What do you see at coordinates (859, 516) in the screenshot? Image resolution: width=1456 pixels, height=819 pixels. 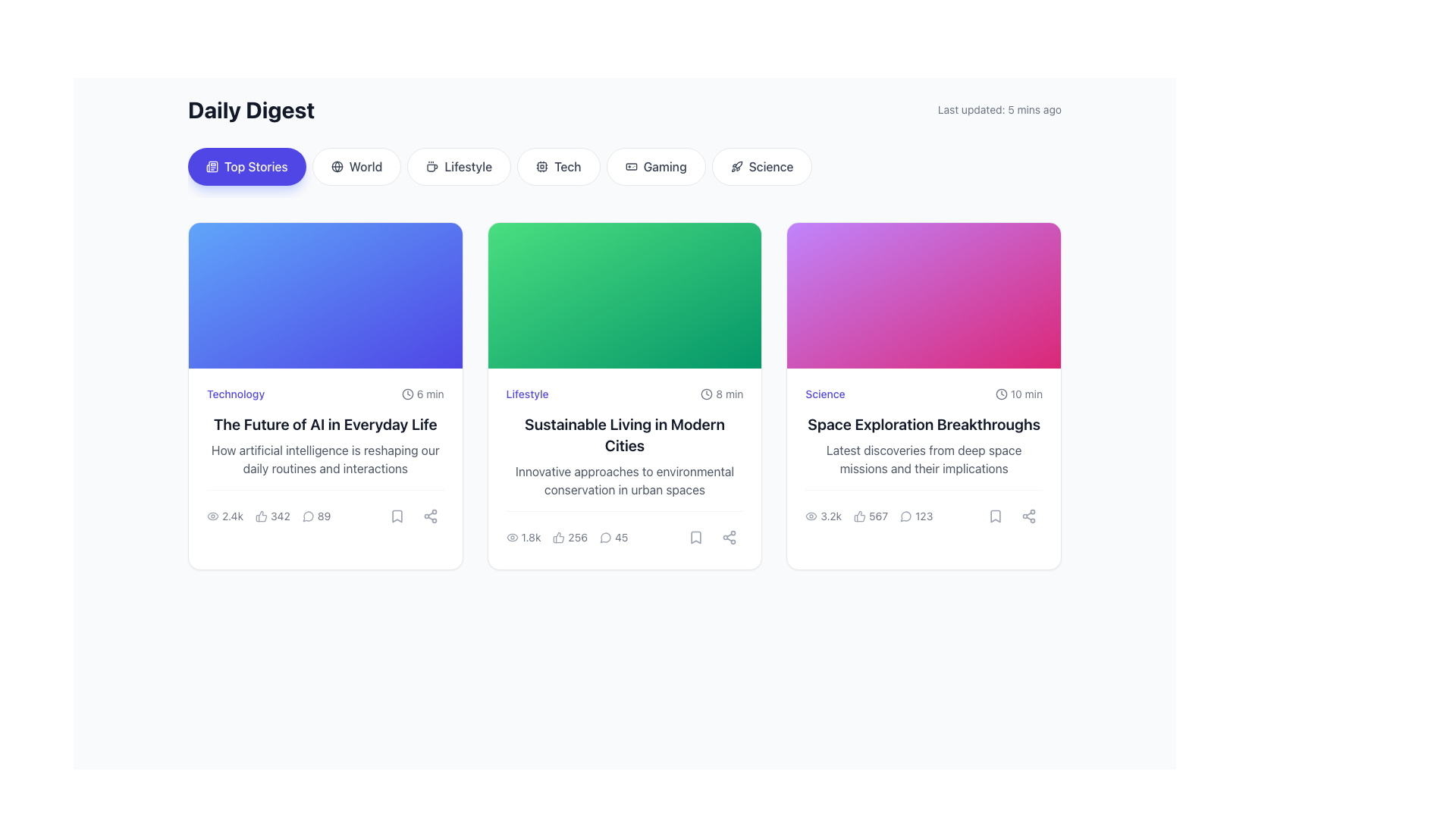 I see `the Thumbs-Up icon located within the numeric display area '567' for the article titled 'Space Exploration Breakthroughs' to possibly toggle a like or approval` at bounding box center [859, 516].